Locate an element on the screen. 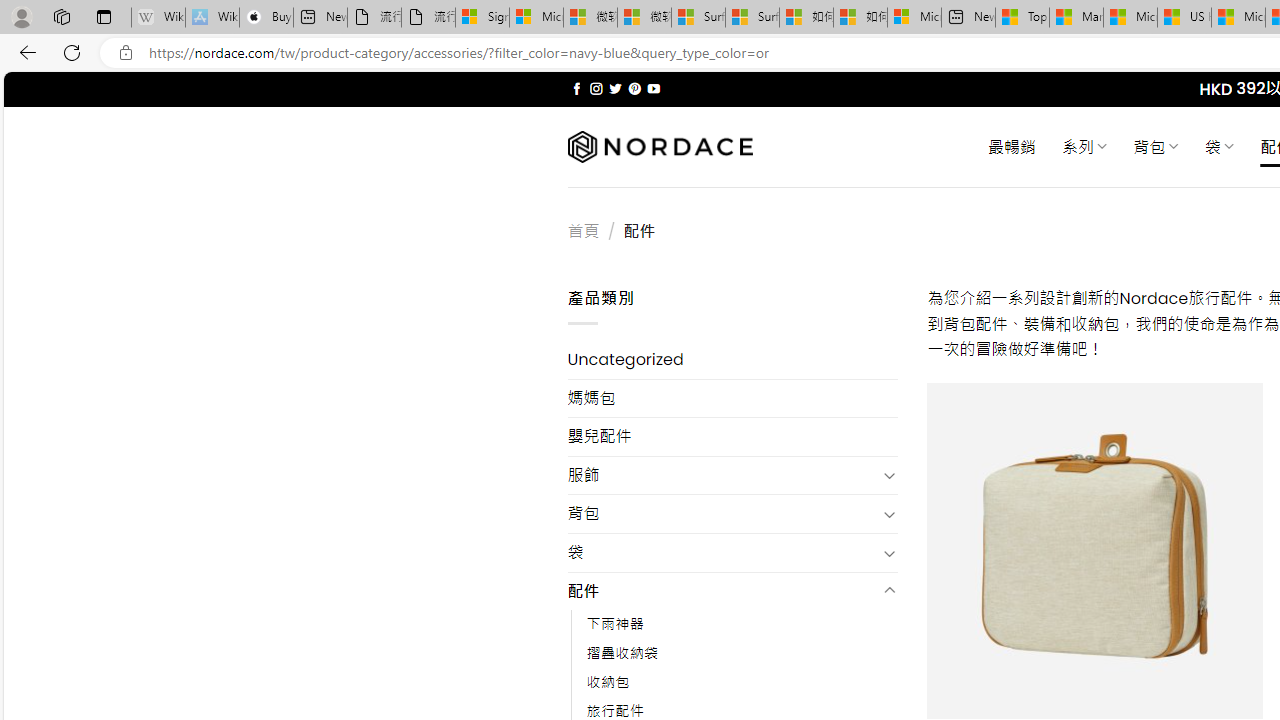 This screenshot has width=1280, height=720. 'US Heat Deaths Soared To Record High Last Year' is located at coordinates (1184, 17).